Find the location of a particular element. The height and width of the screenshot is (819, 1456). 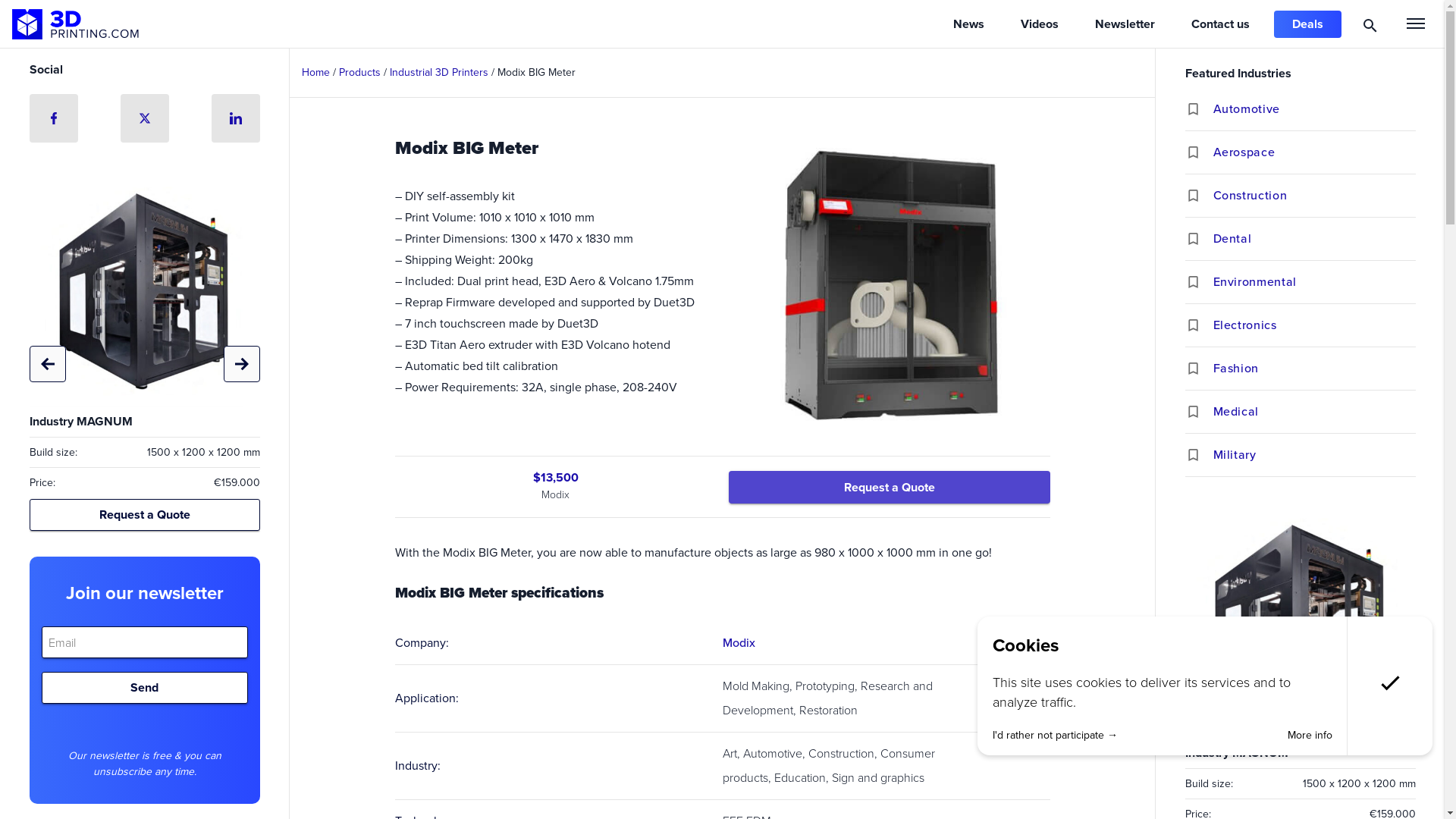

'Environmental' is located at coordinates (1212, 281).